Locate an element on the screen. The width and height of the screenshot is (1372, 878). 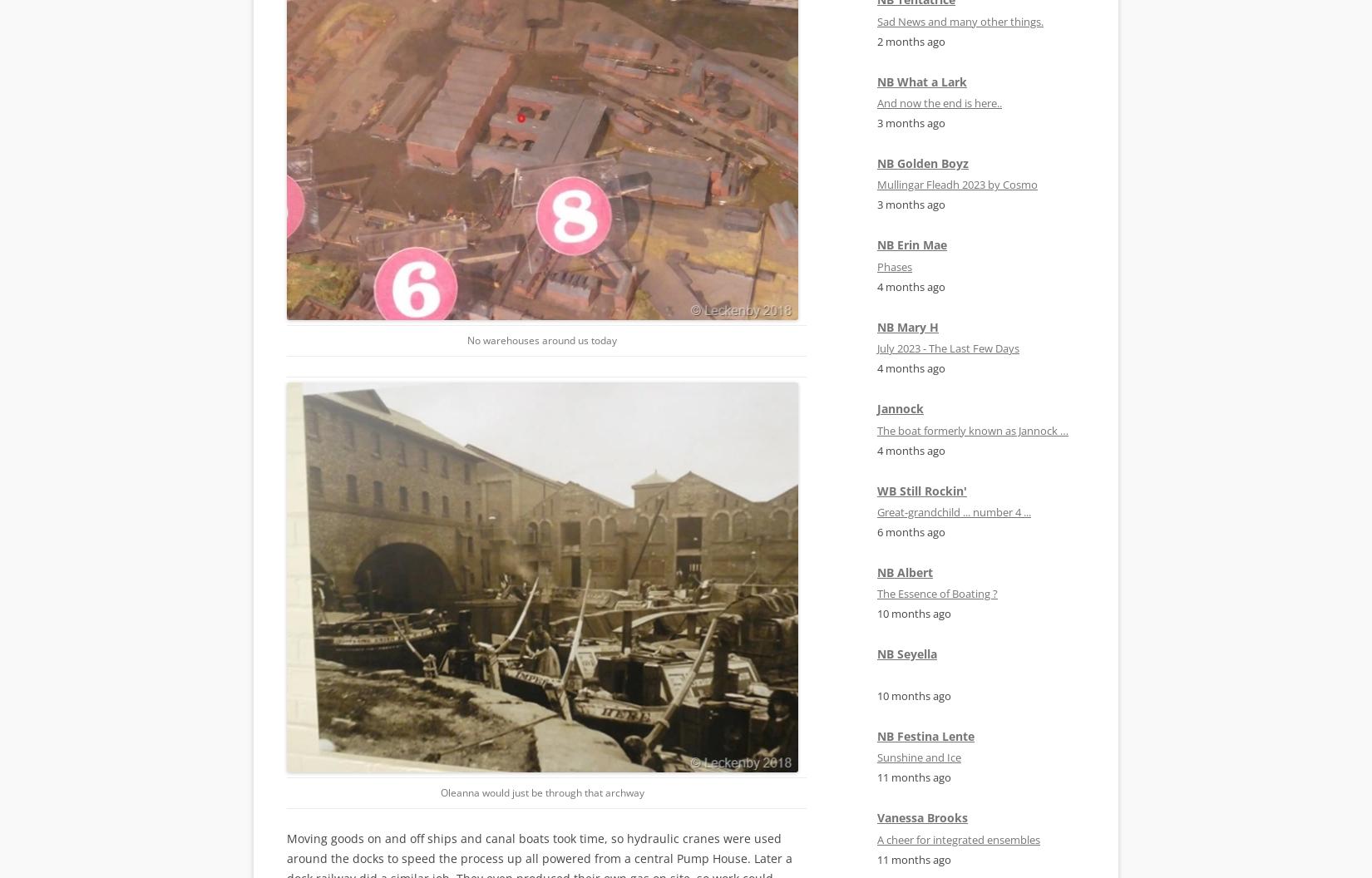
'No warehouses around us today' is located at coordinates (466, 339).